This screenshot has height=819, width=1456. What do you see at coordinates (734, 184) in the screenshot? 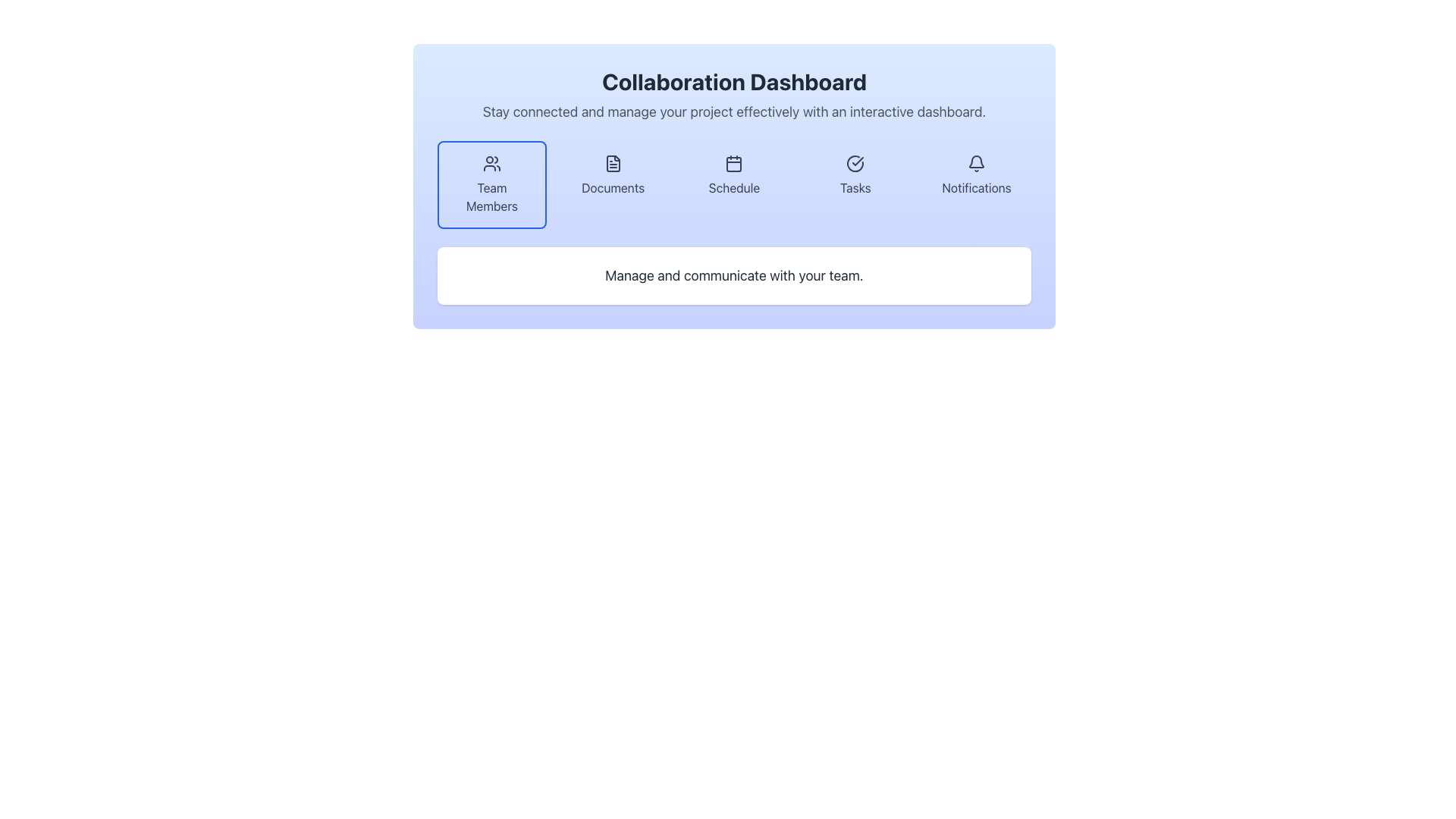
I see `the third element in the horizontal grid of buttons` at bounding box center [734, 184].